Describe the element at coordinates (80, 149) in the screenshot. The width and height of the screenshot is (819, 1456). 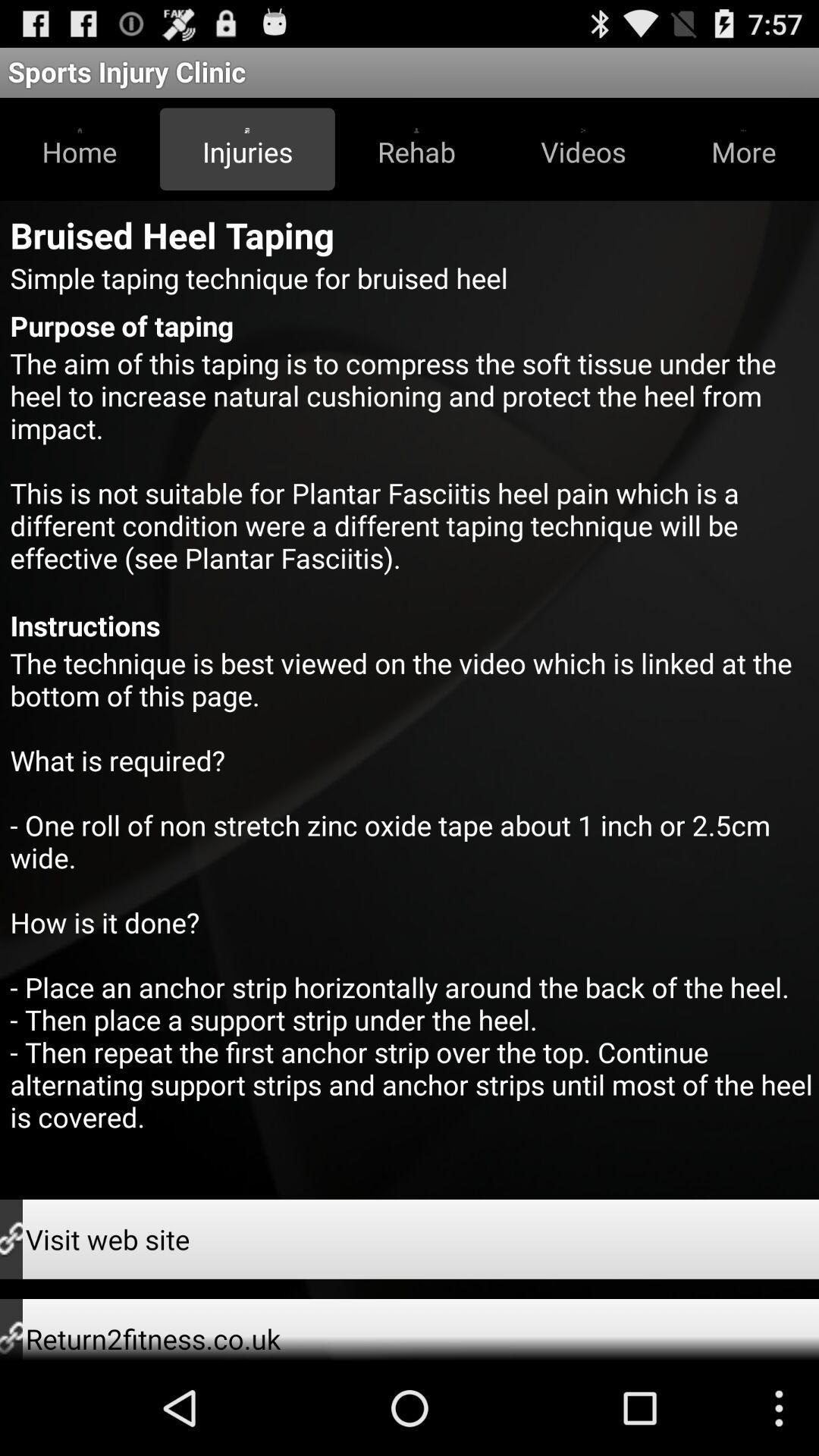
I see `home` at that location.